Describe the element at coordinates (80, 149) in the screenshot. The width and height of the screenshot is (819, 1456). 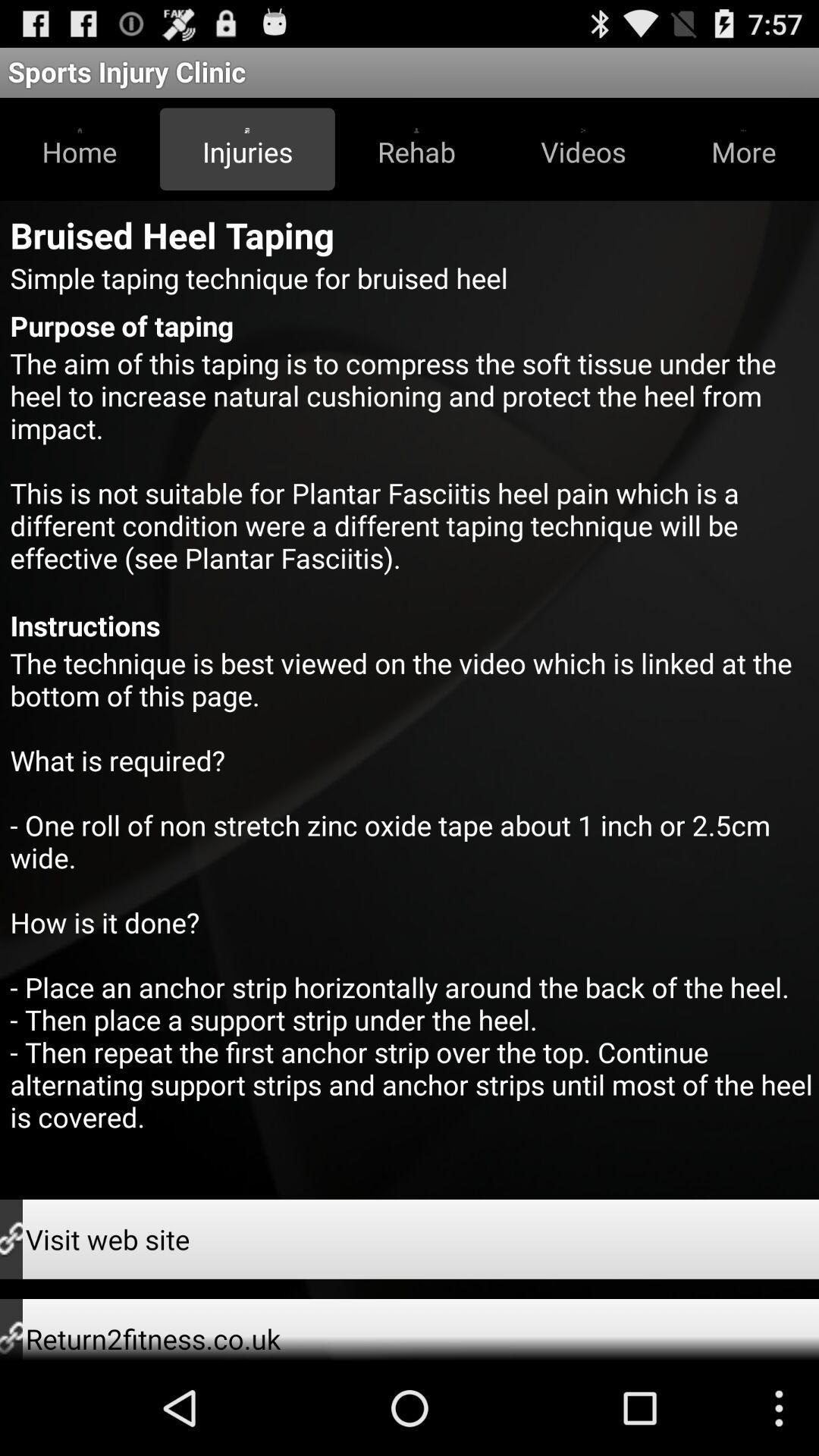
I see `home` at that location.